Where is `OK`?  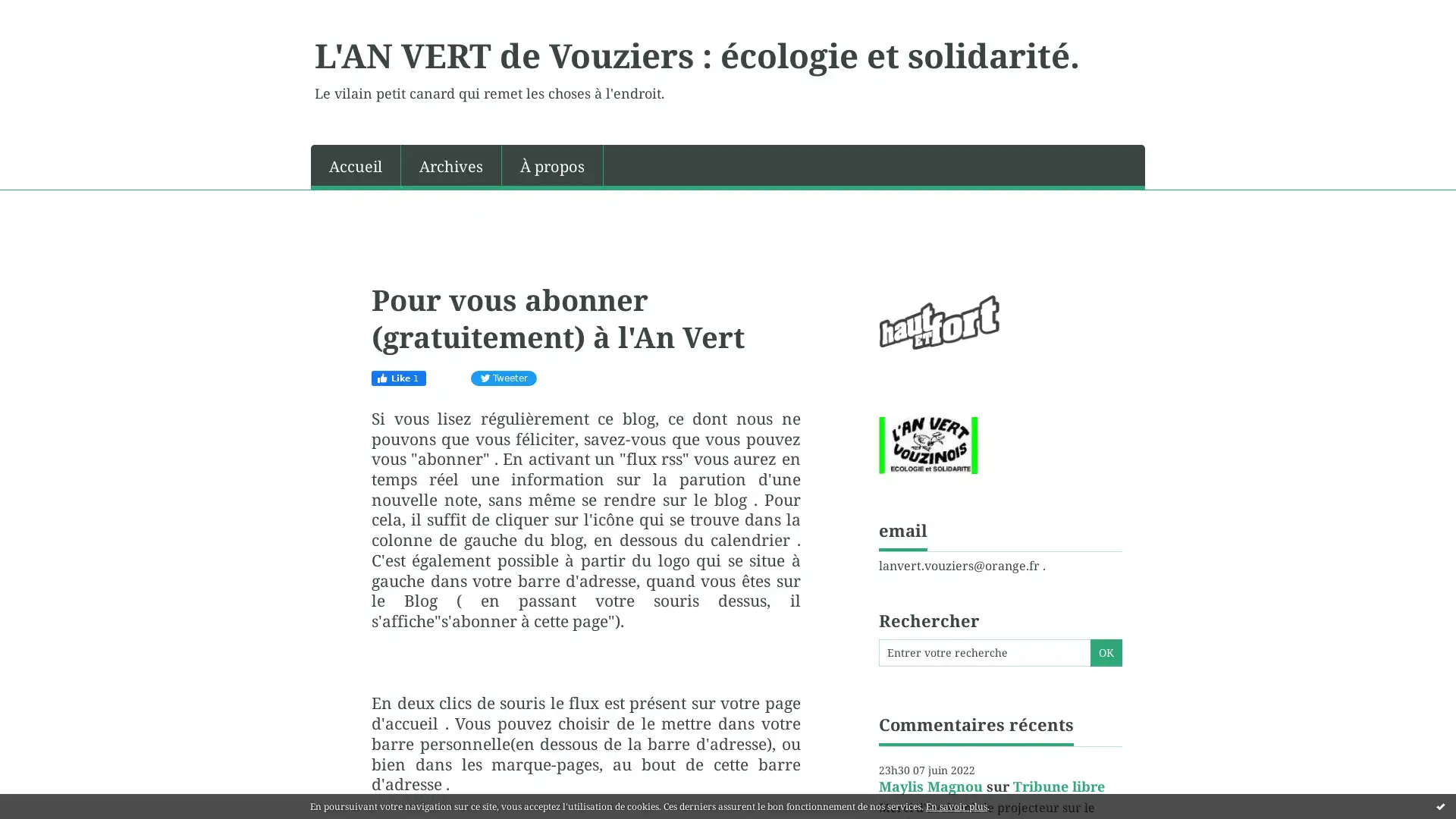
OK is located at coordinates (1106, 651).